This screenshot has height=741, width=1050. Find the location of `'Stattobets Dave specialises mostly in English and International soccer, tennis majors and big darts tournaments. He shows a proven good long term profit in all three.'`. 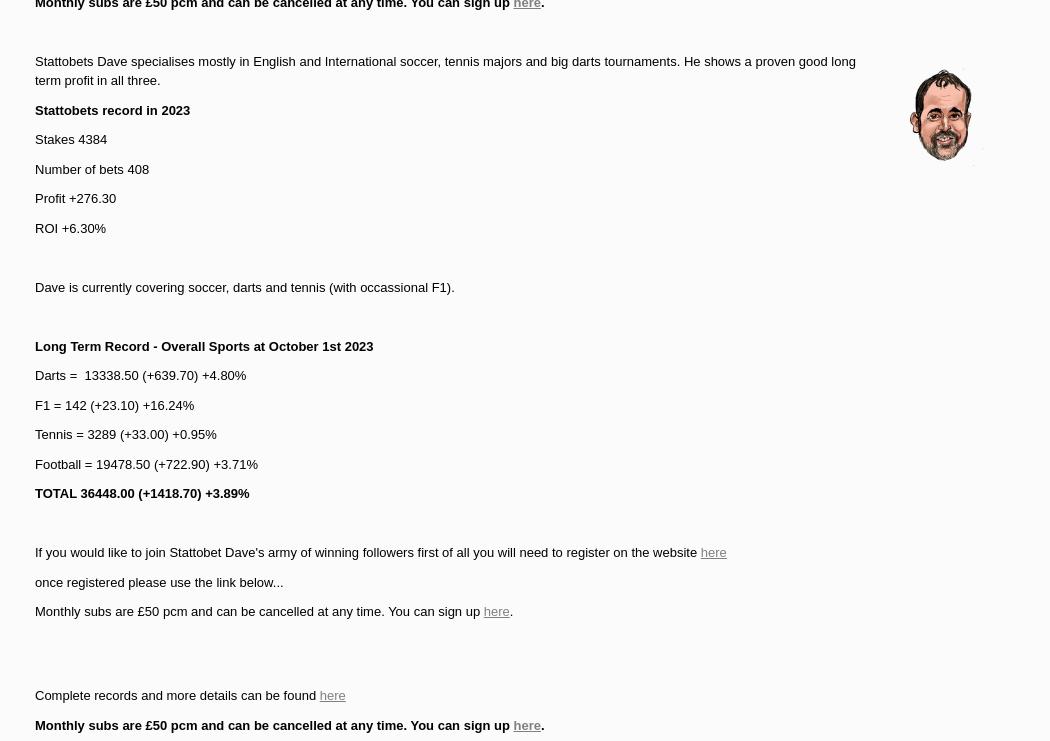

'Stattobets Dave specialises mostly in English and International soccer, tennis majors and big darts tournaments. He shows a proven good long term profit in all three.' is located at coordinates (34, 69).